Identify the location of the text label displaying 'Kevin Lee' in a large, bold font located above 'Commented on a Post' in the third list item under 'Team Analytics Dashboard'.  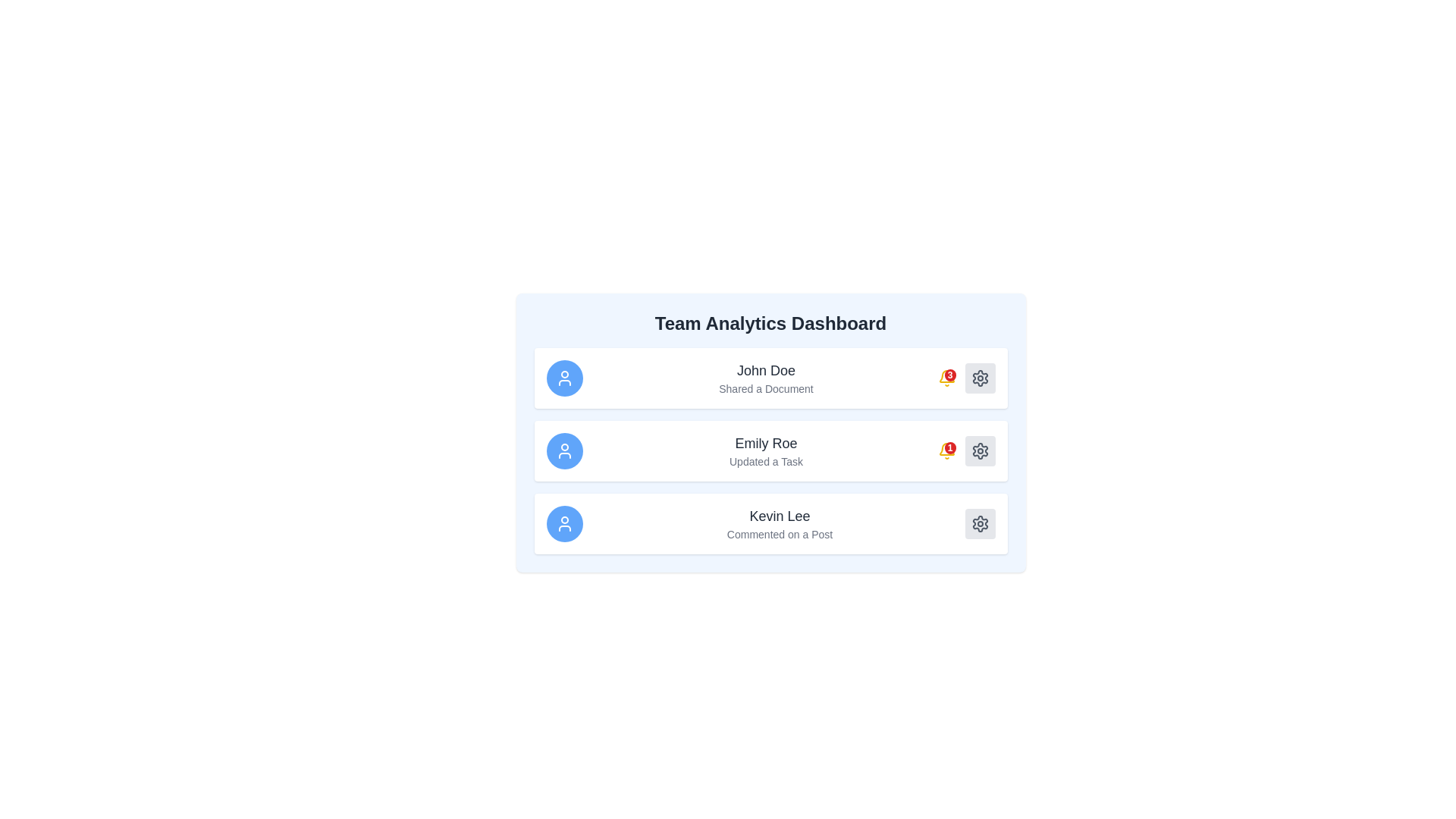
(780, 516).